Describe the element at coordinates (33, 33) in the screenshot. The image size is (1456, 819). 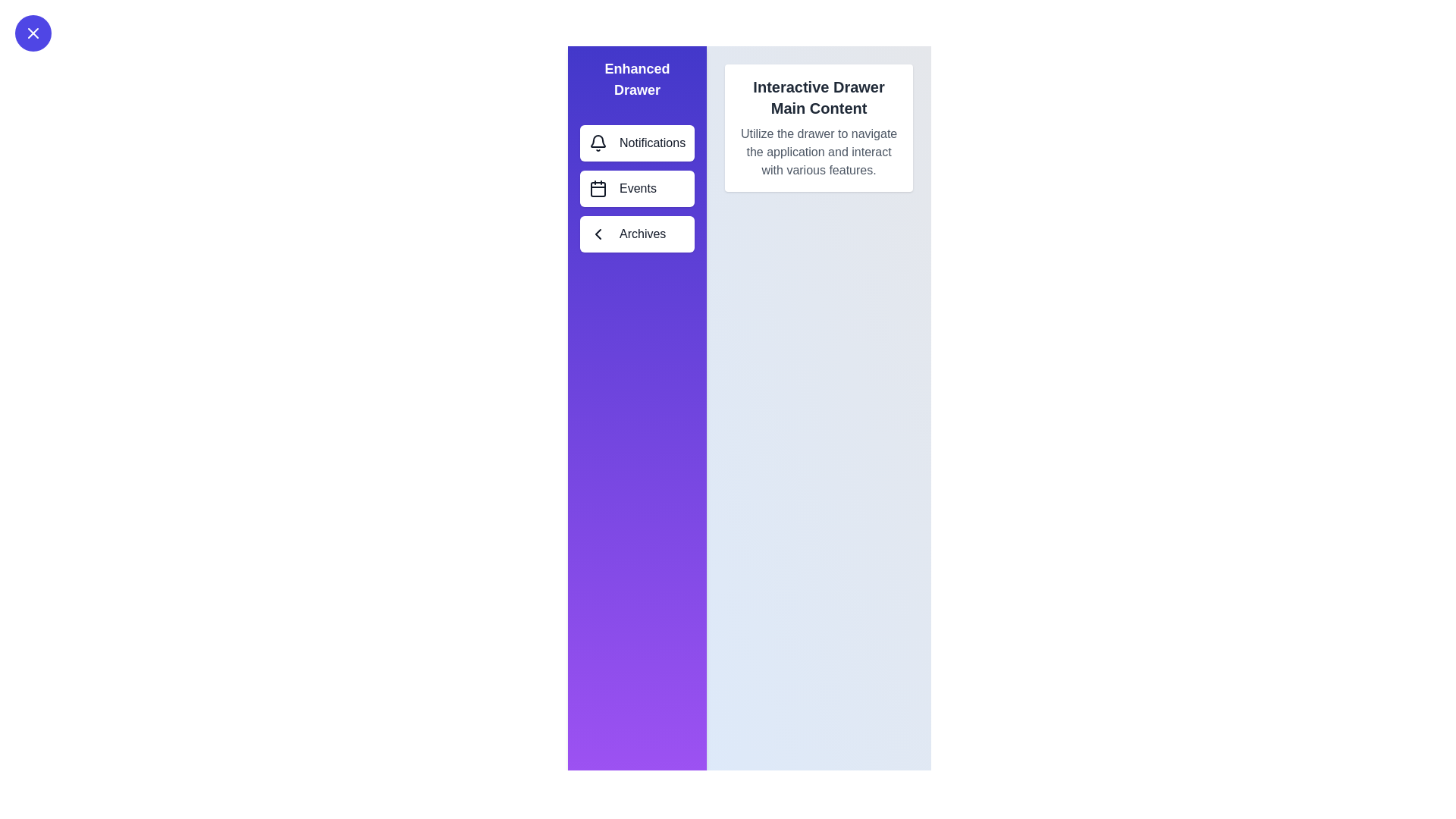
I see `toggle button at the top-left corner of the screen to toggle the drawer` at that location.